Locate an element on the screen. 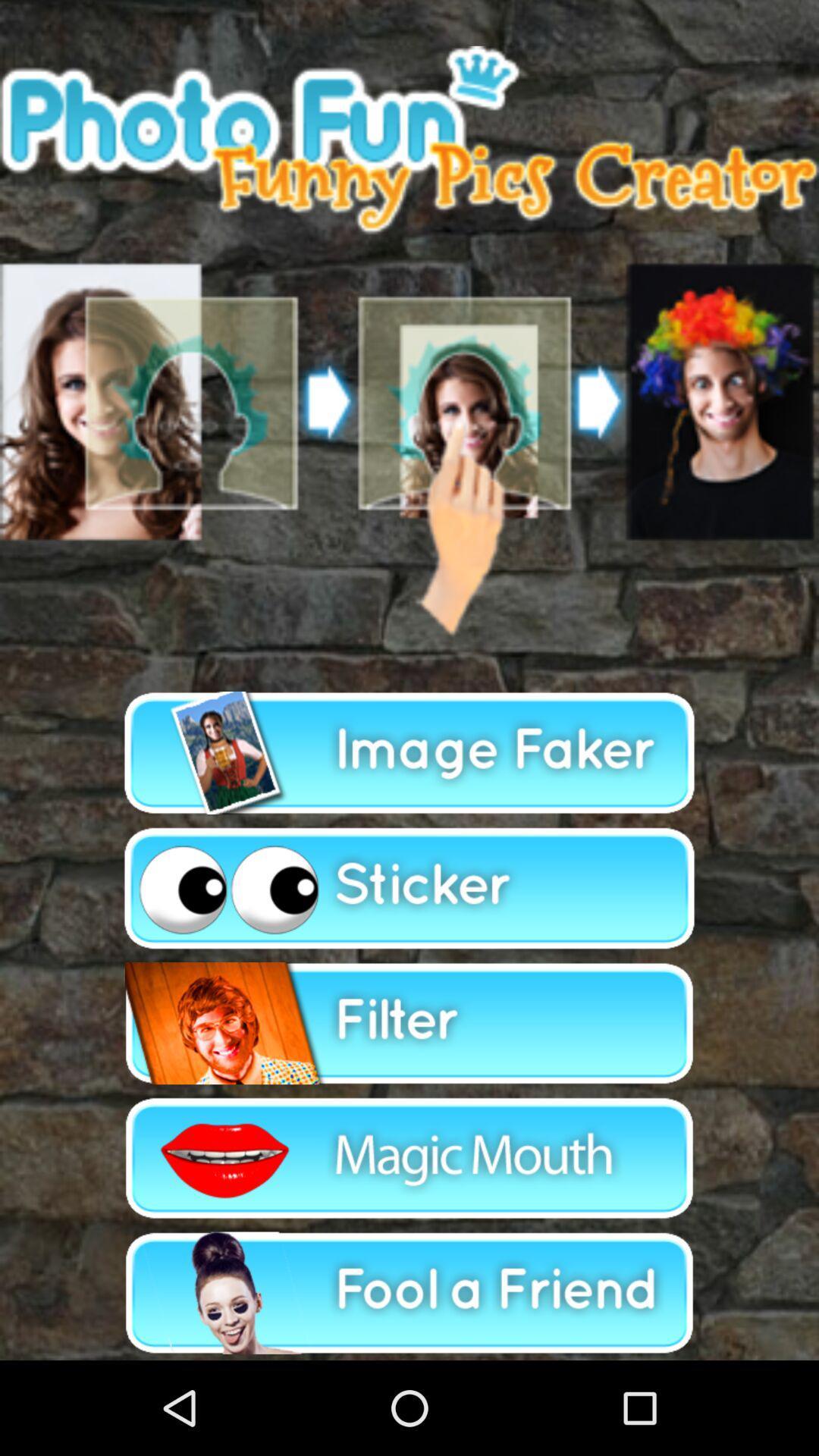 The image size is (819, 1456). to select magic mouth and process particular option is located at coordinates (409, 1157).